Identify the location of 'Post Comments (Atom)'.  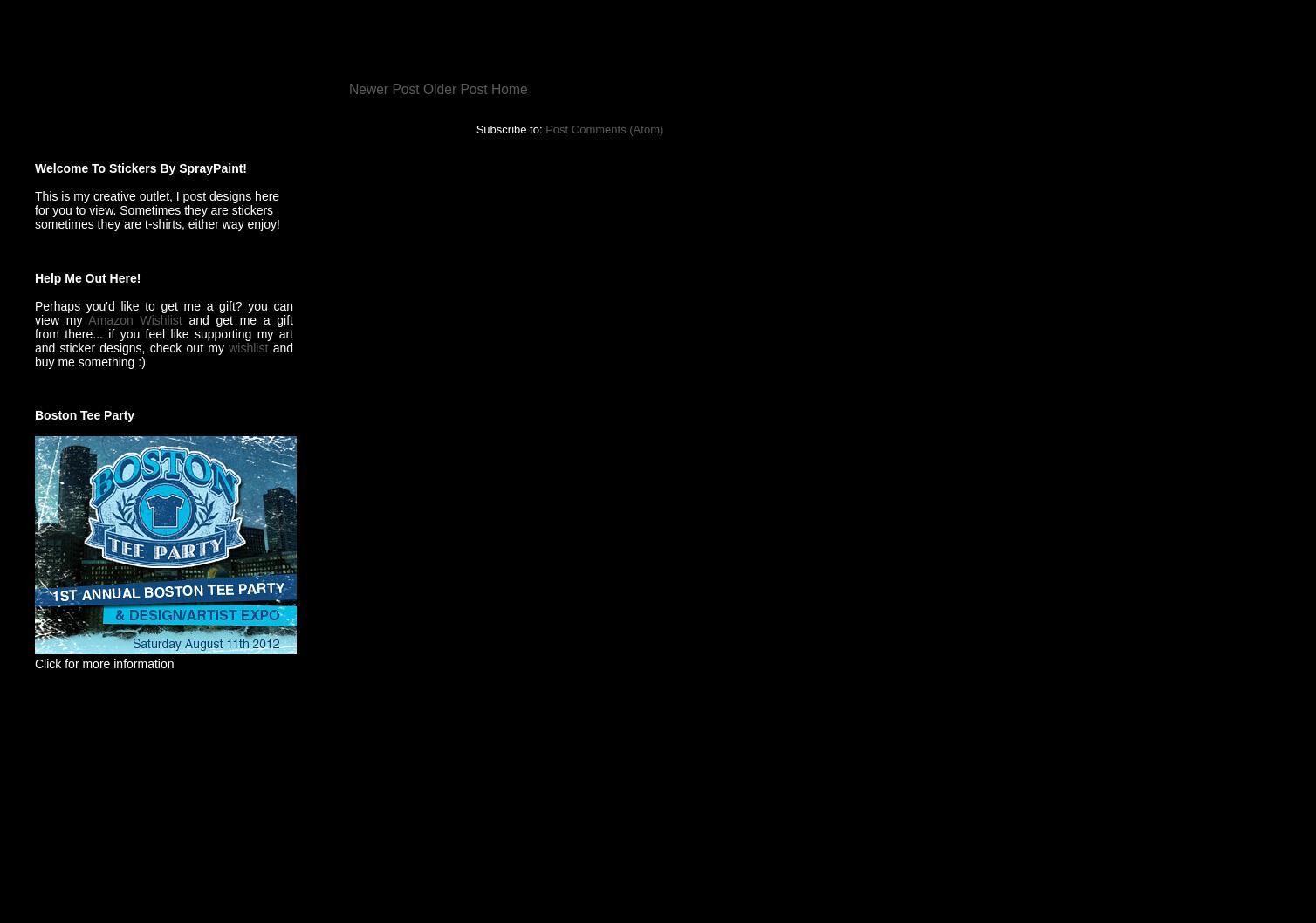
(545, 127).